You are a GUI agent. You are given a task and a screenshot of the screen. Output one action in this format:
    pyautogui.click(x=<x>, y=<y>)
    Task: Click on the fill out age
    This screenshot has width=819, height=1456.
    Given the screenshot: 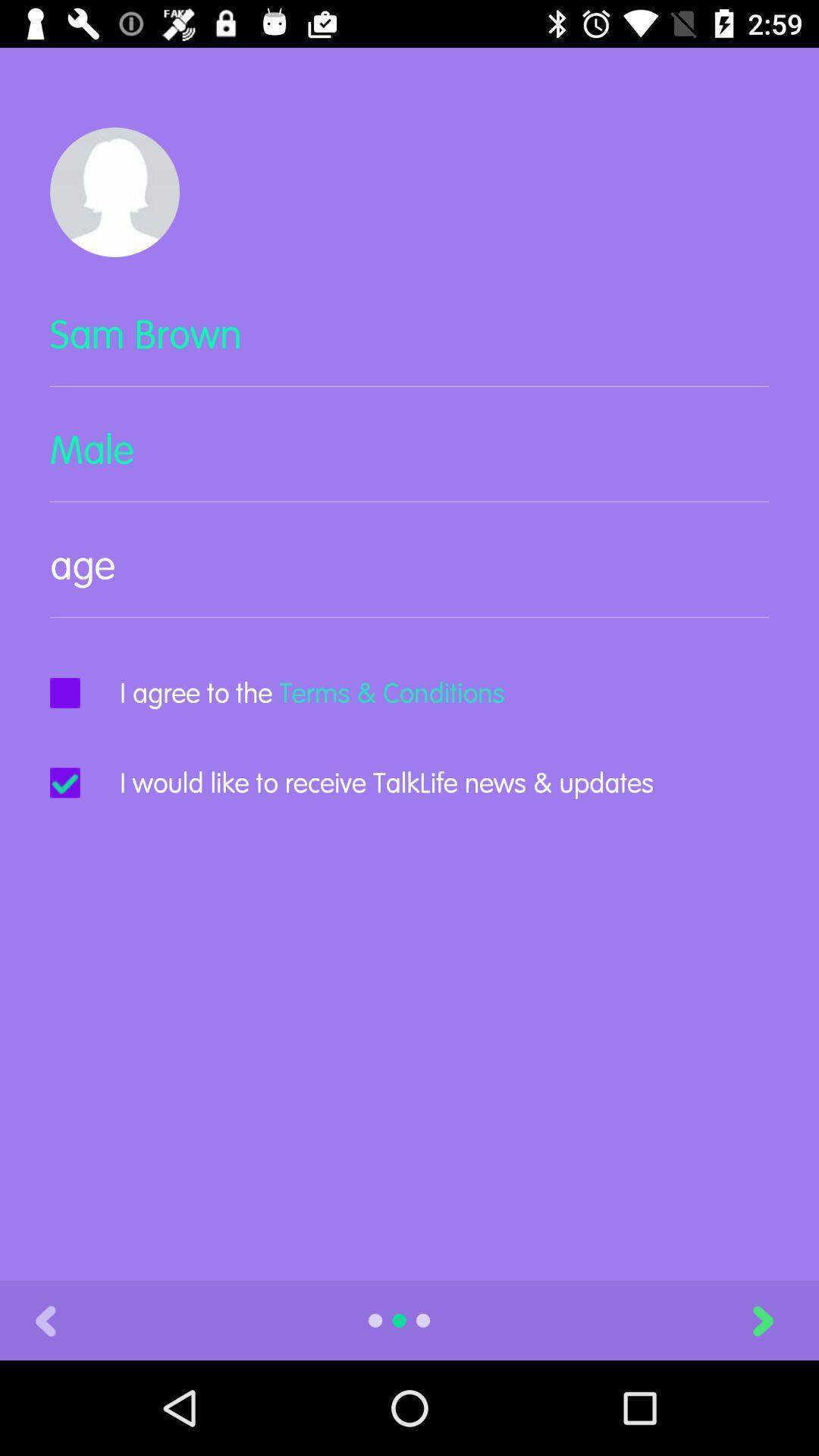 What is the action you would take?
    pyautogui.click(x=409, y=577)
    